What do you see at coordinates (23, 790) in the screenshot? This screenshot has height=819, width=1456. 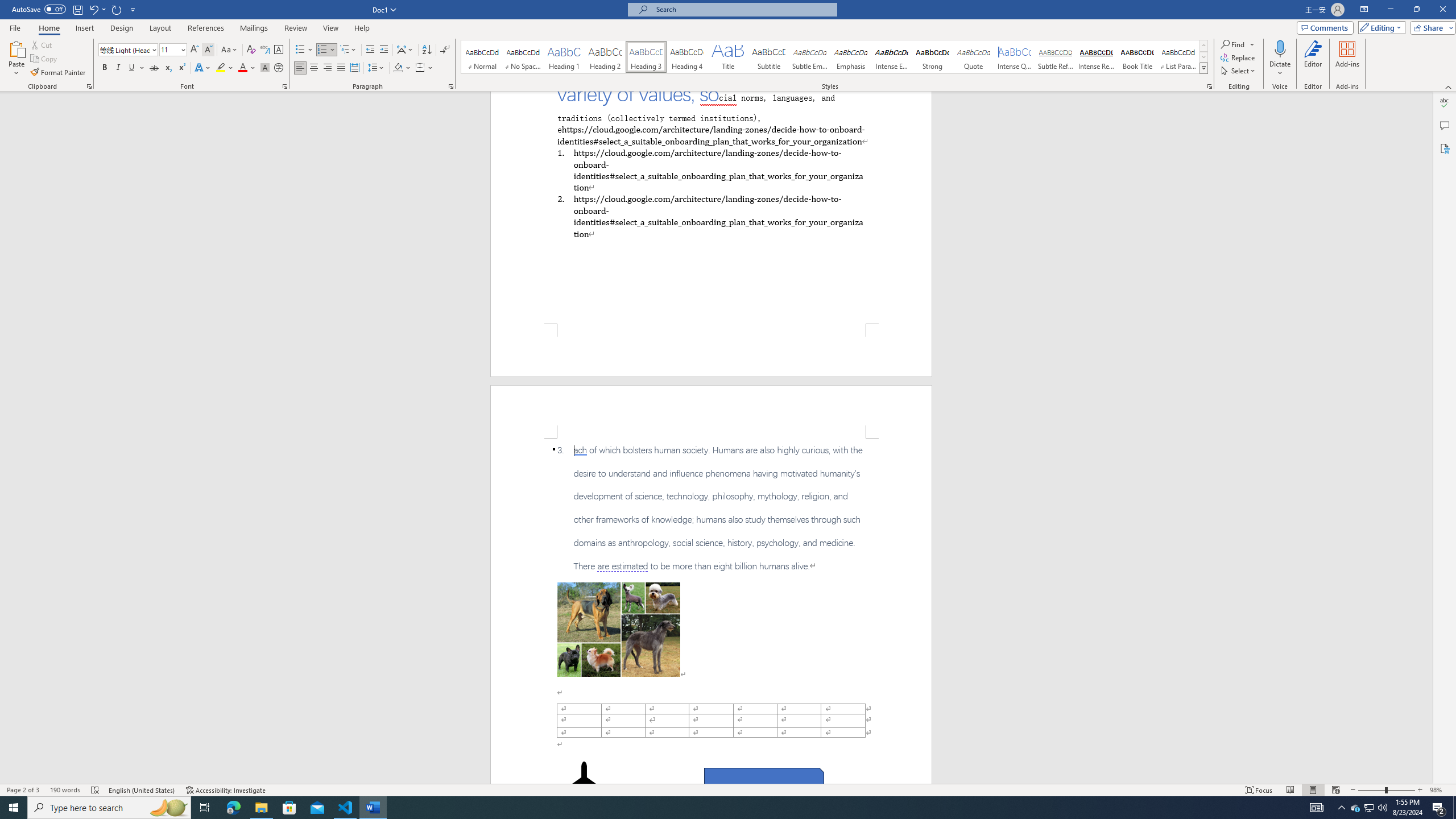 I see `'Page Number Page 2 of 3'` at bounding box center [23, 790].